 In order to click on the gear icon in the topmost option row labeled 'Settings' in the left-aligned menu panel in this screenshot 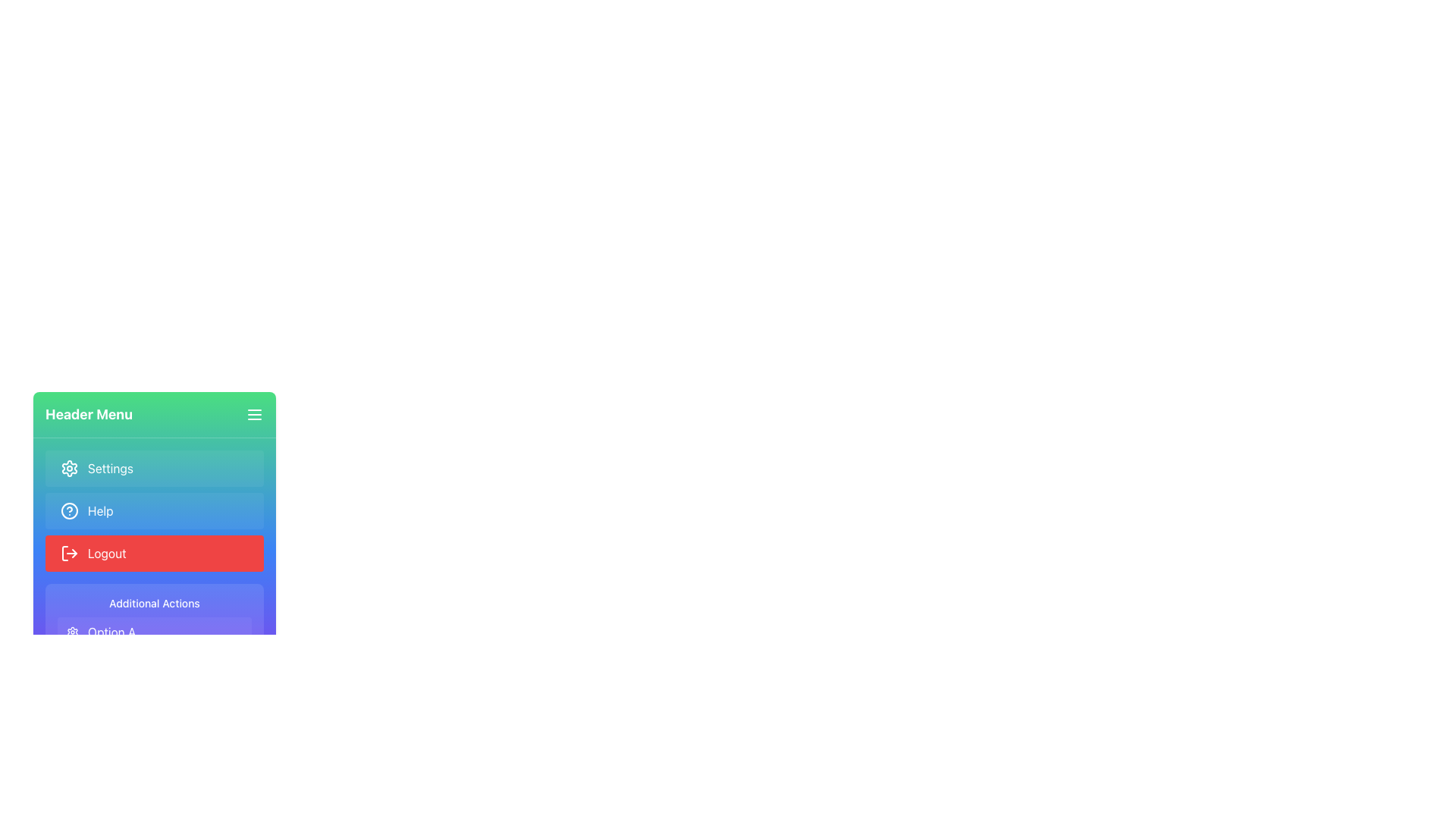, I will do `click(68, 467)`.